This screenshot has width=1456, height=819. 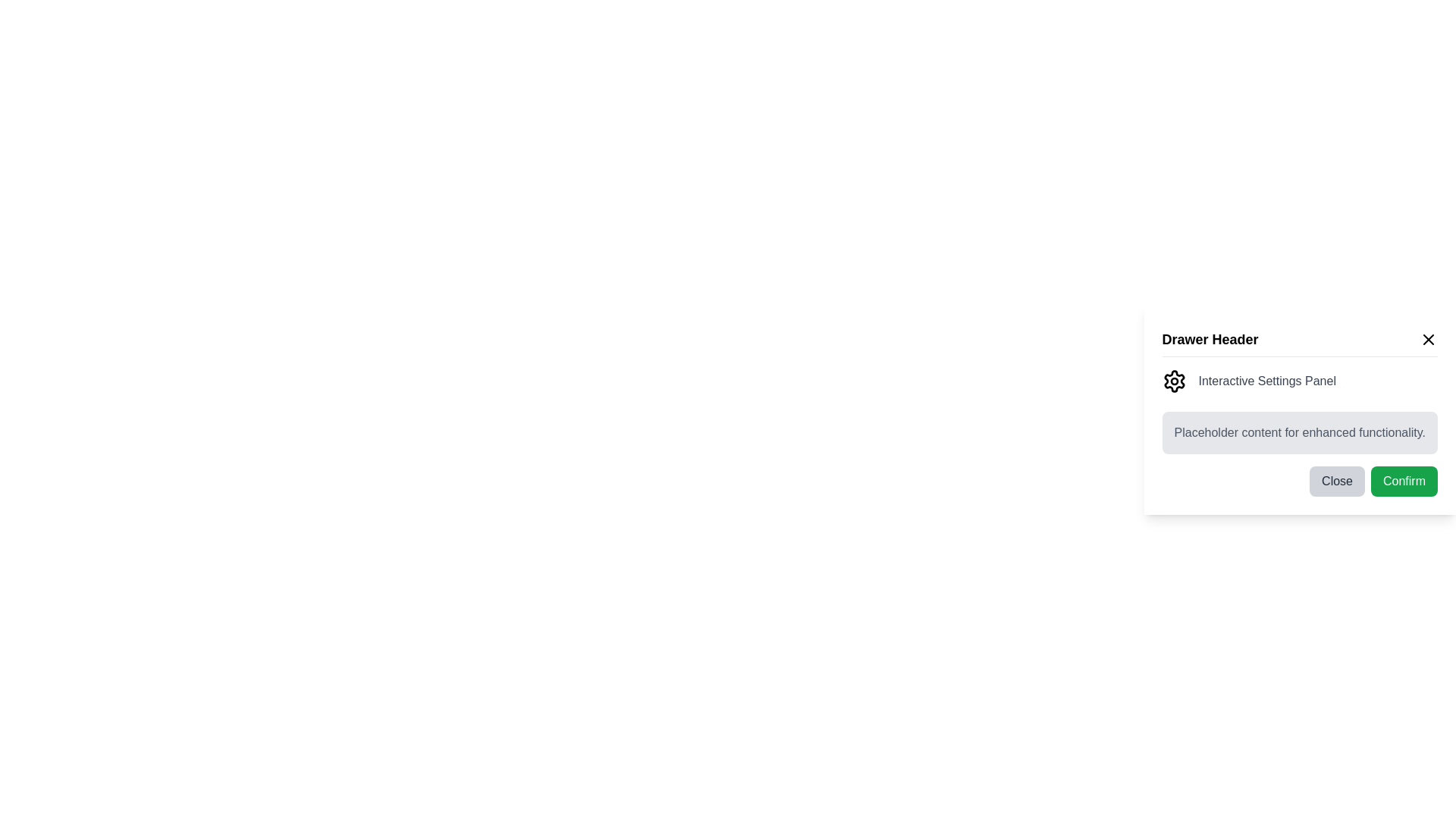 I want to click on the close button located in the top-right corner of the panel, aligned horizontally with the 'Drawer Header', so click(x=1427, y=338).